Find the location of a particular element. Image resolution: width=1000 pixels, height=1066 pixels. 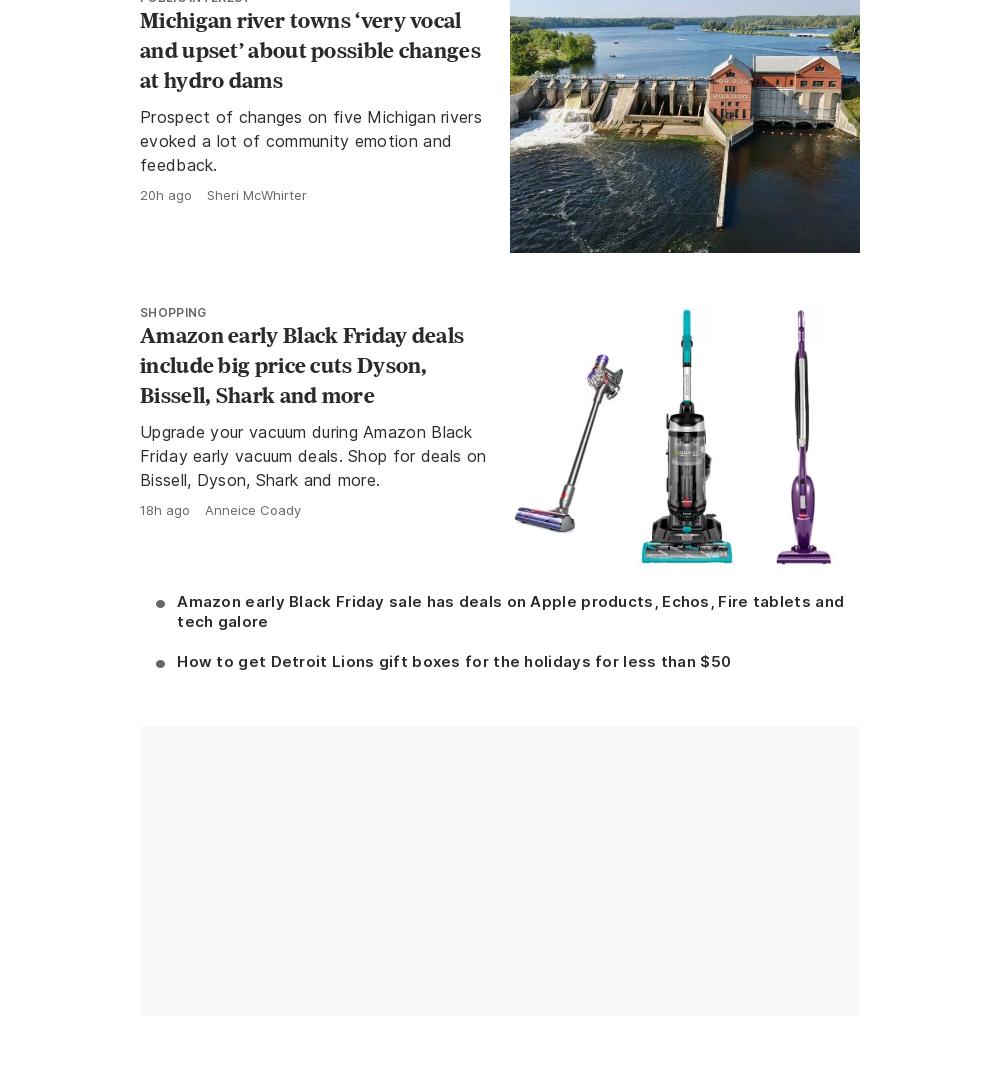

'Michigan river towns ‘very vocal and upset’ about possible changes at hydro dams' is located at coordinates (310, 48).